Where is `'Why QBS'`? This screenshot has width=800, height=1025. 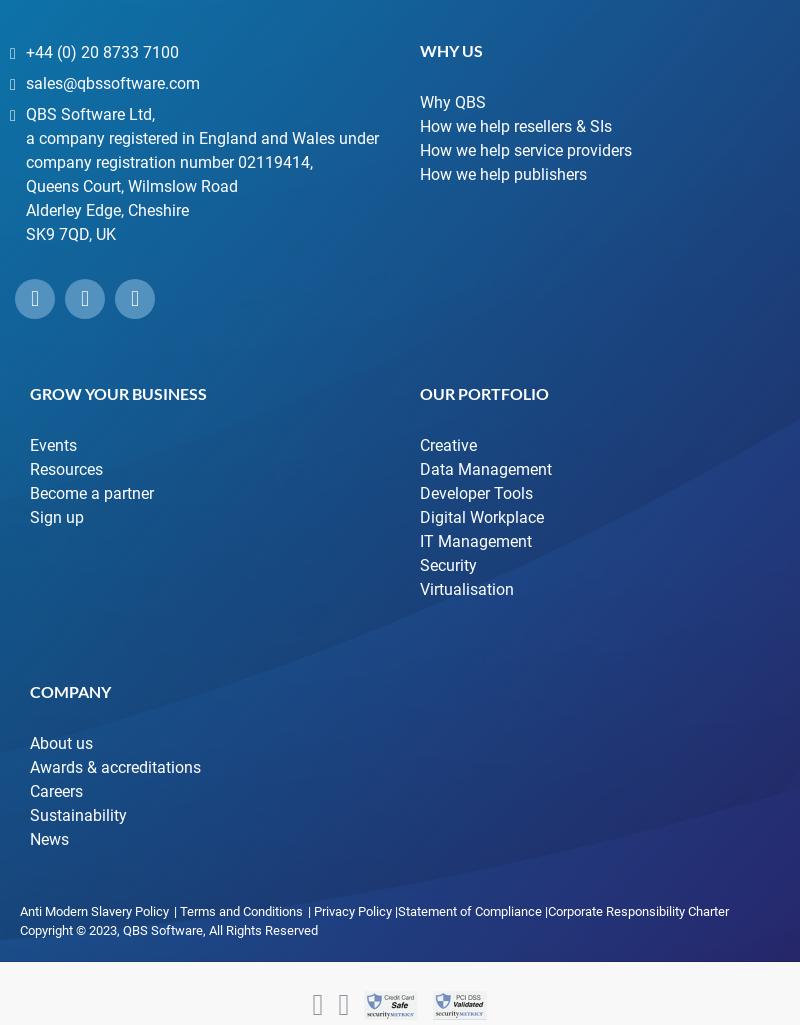 'Why QBS' is located at coordinates (452, 101).